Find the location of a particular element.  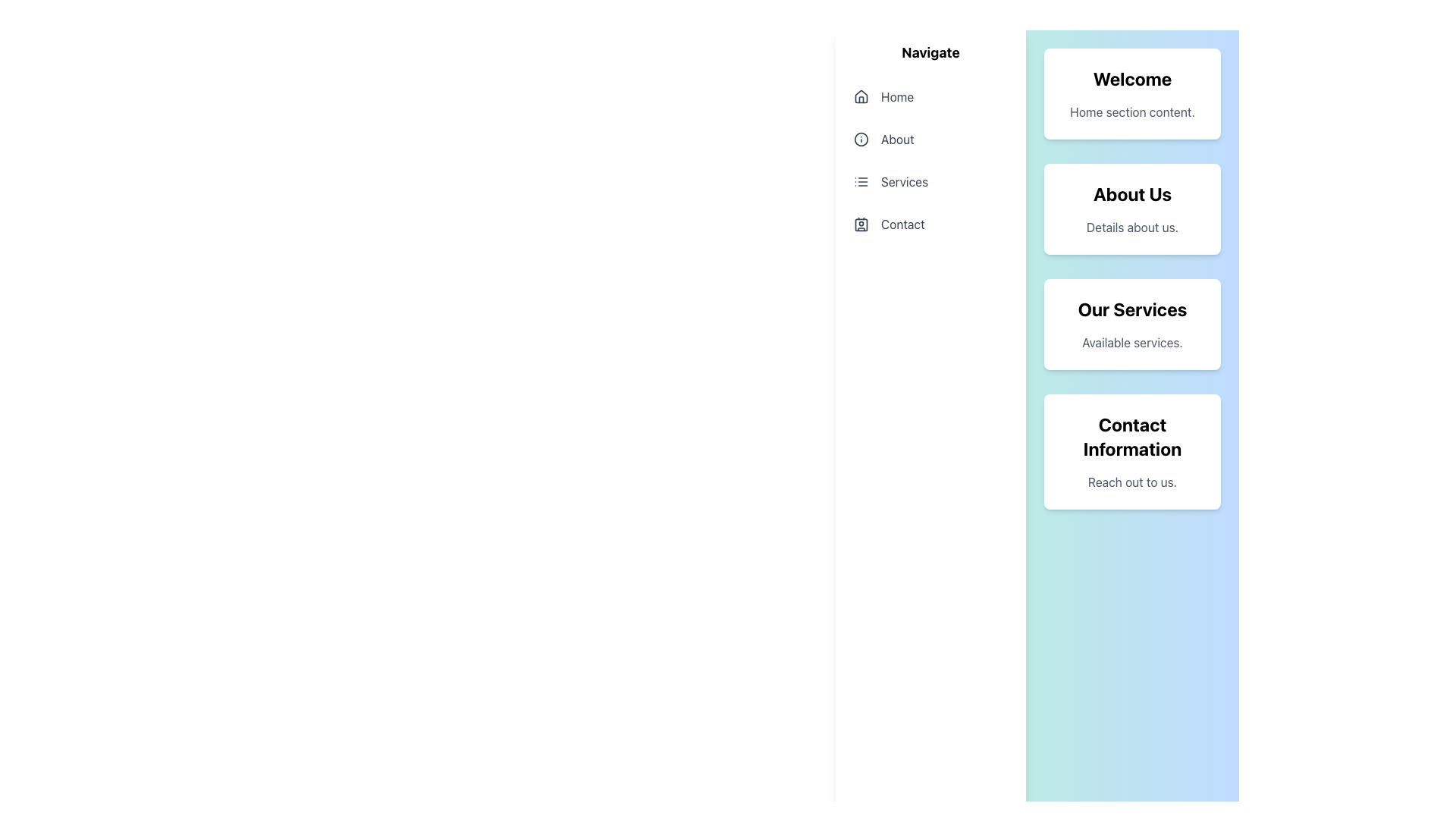

the 'Home' text label in the vertical navigation menu to receive interaction feedback is located at coordinates (897, 96).